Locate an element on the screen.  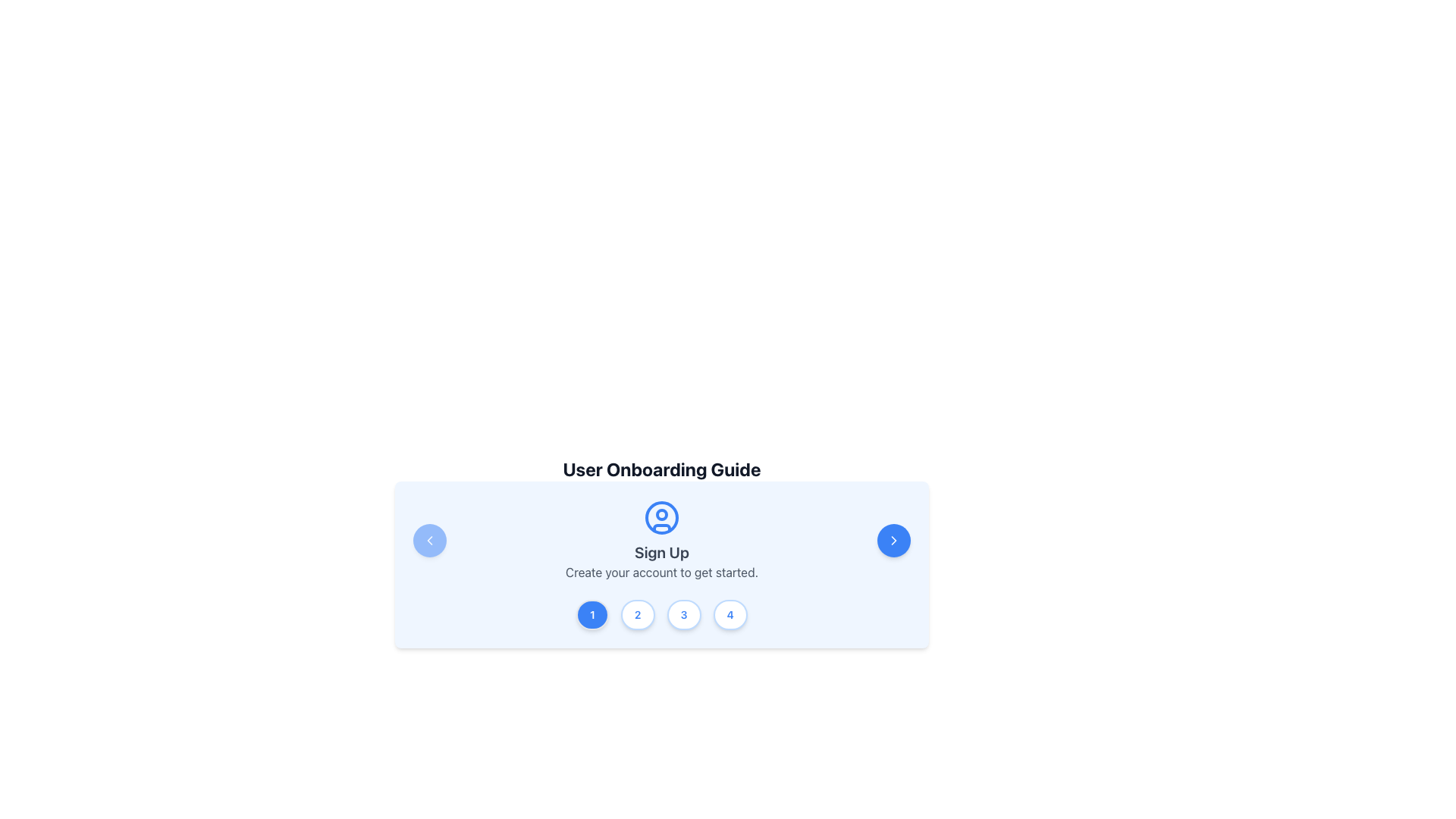
the small circular button displaying the number '4' with a white background and light blue border for additional information is located at coordinates (730, 614).